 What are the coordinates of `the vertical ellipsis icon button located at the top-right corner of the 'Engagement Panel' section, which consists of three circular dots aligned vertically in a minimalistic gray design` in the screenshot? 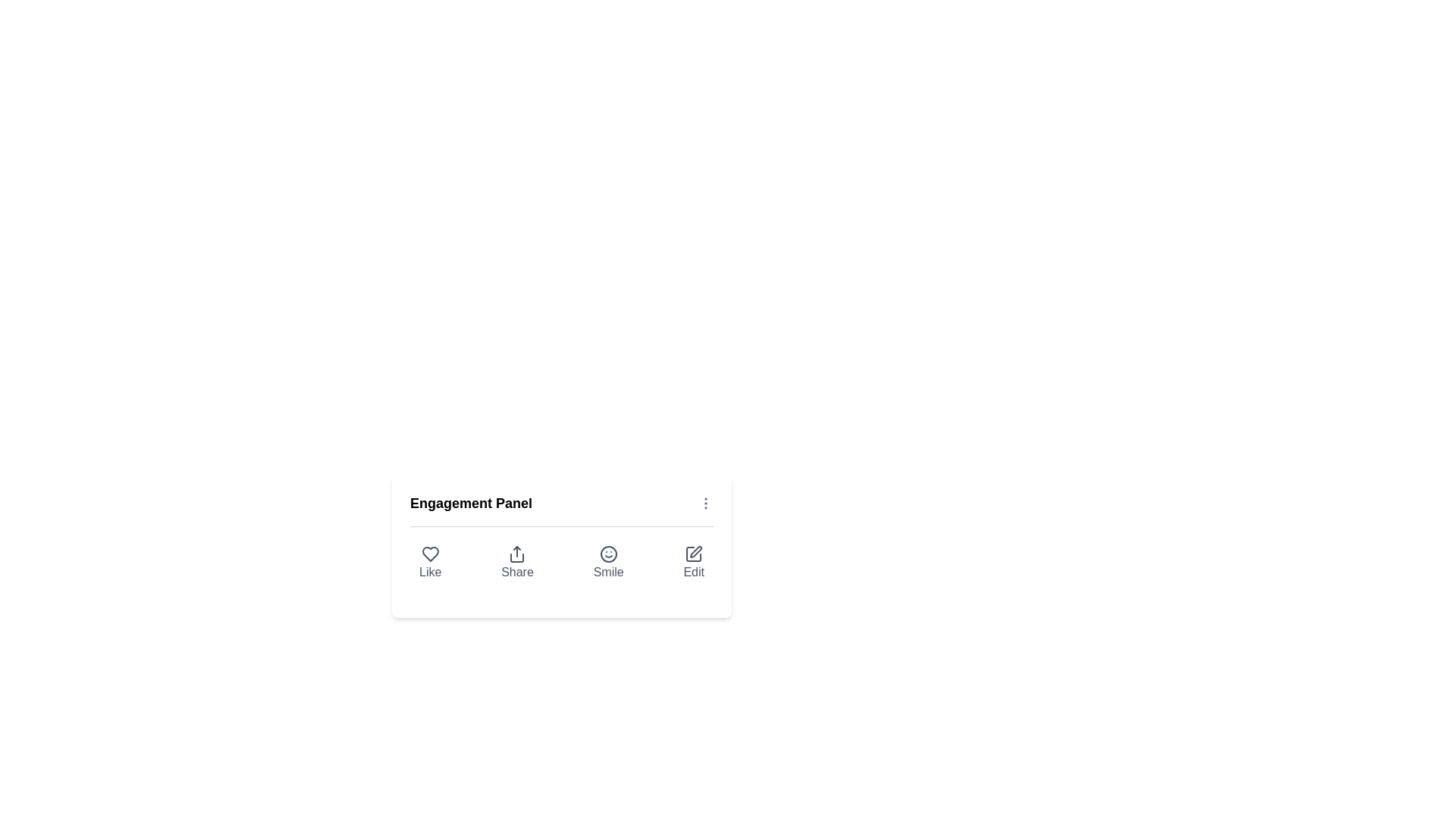 It's located at (705, 503).